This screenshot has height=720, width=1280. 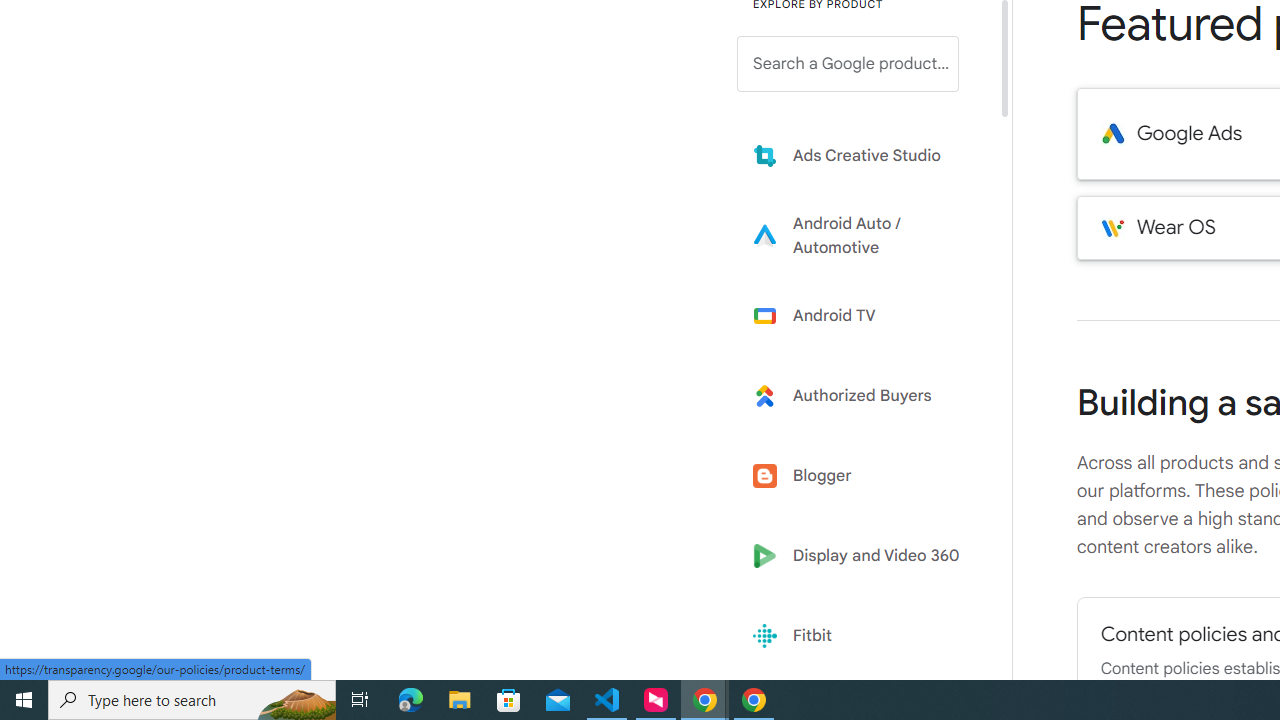 I want to click on 'Learn more about Authorized Buyers', so click(x=862, y=396).